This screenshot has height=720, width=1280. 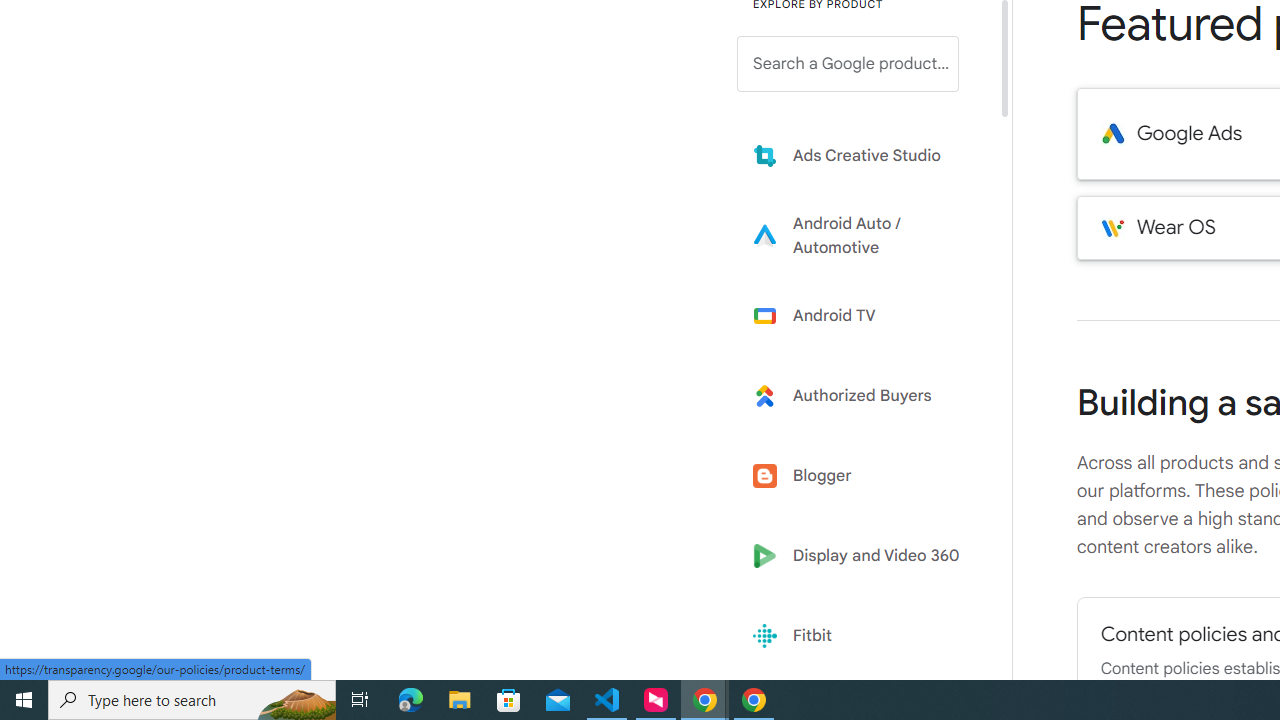 I want to click on 'Learn more about Authorized Buyers', so click(x=862, y=396).